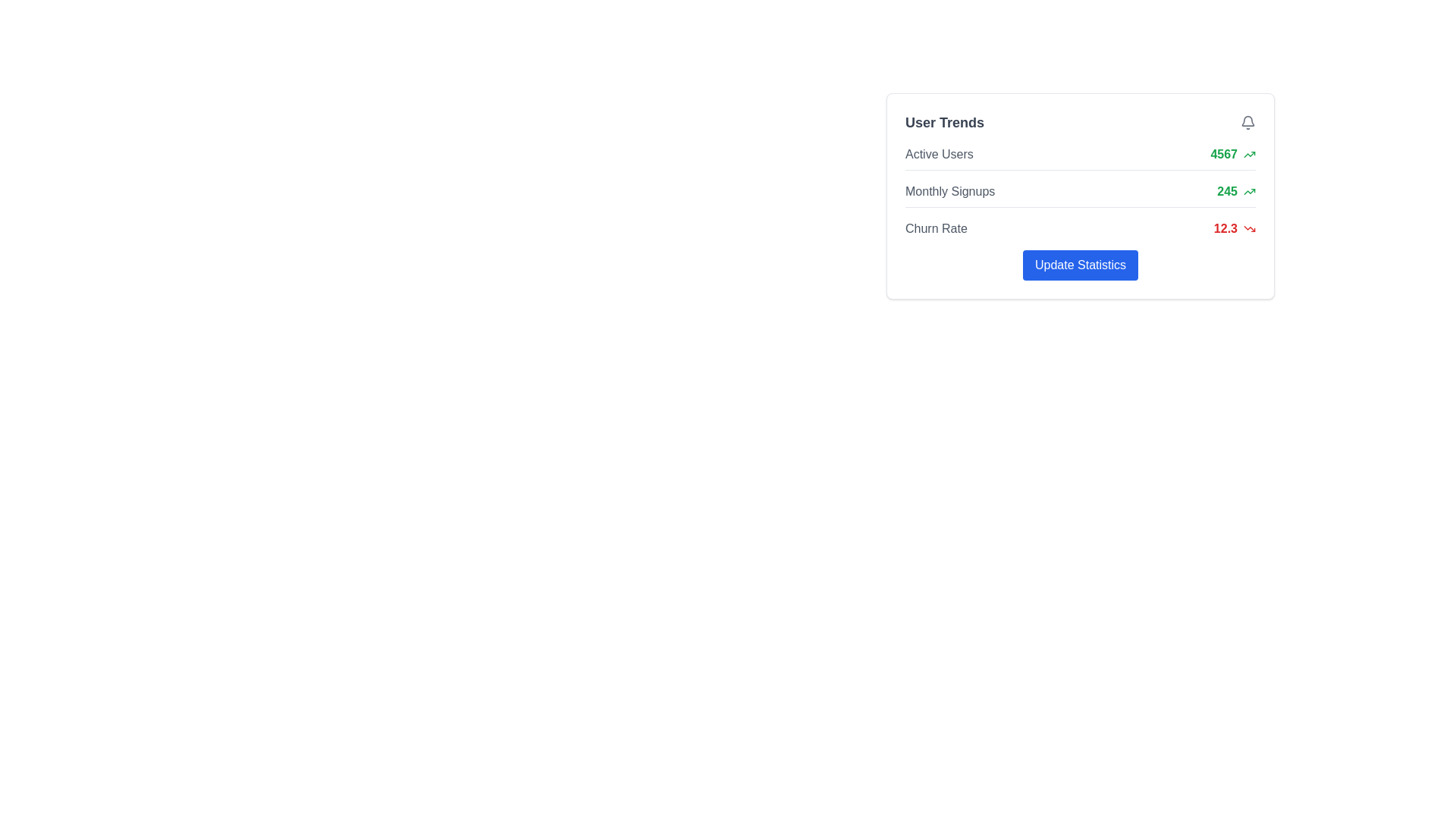 This screenshot has height=819, width=1456. I want to click on label text located at the top of the 'User Trends' panel, which serves as a title for the associated metric displayed to its right, so click(938, 155).